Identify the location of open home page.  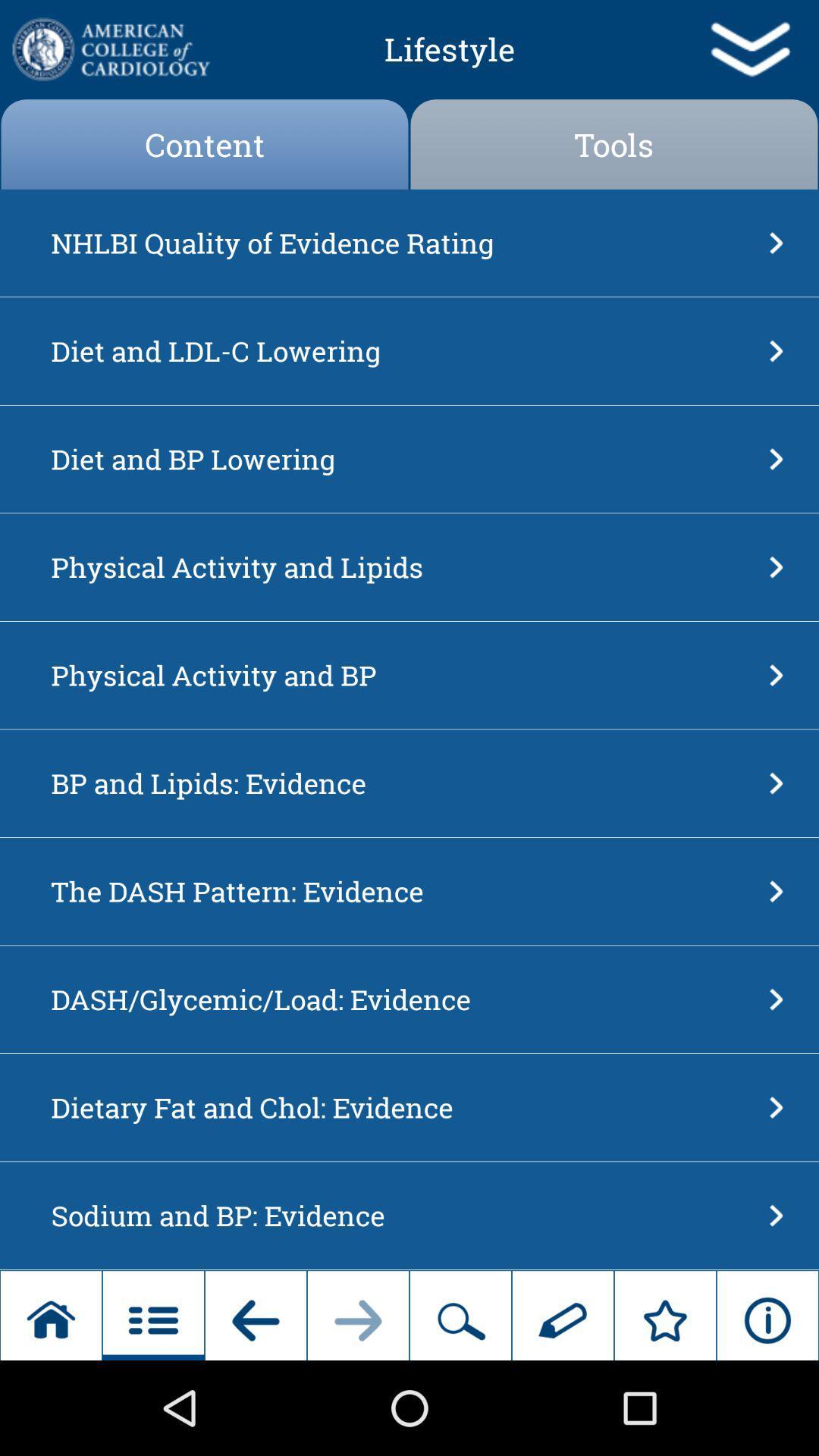
(109, 49).